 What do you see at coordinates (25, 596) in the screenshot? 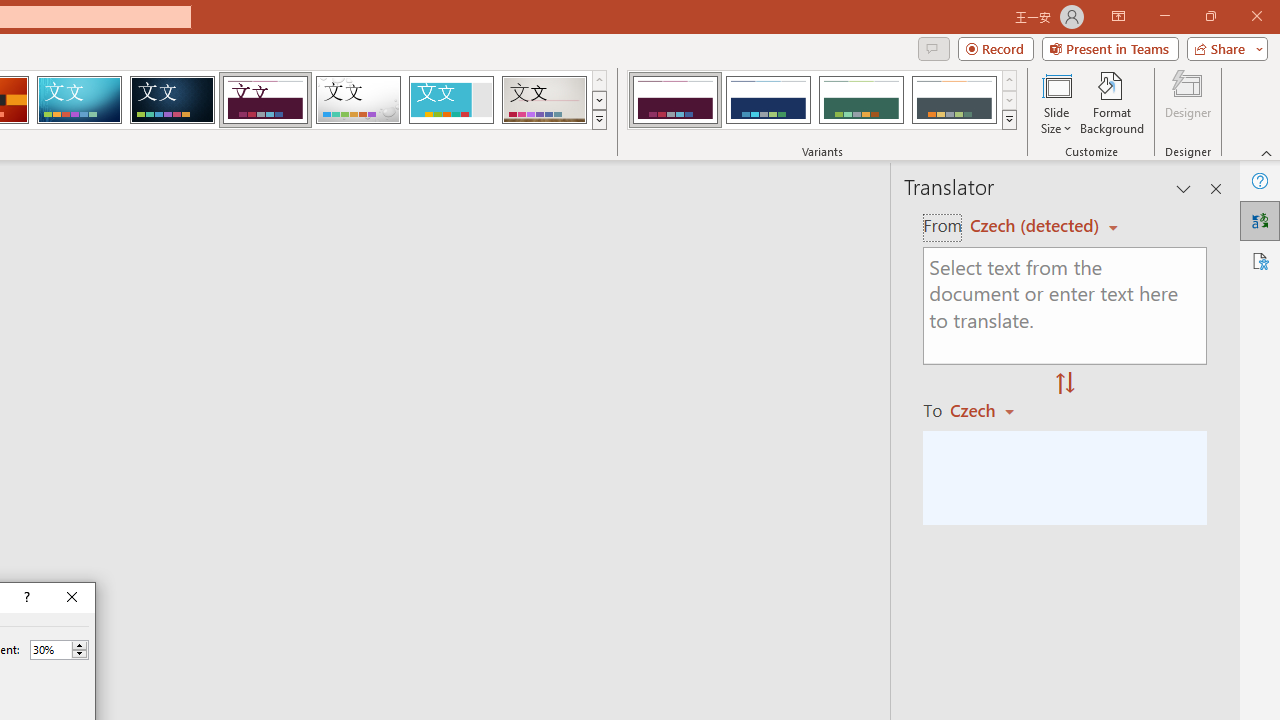
I see `'Context help'` at bounding box center [25, 596].